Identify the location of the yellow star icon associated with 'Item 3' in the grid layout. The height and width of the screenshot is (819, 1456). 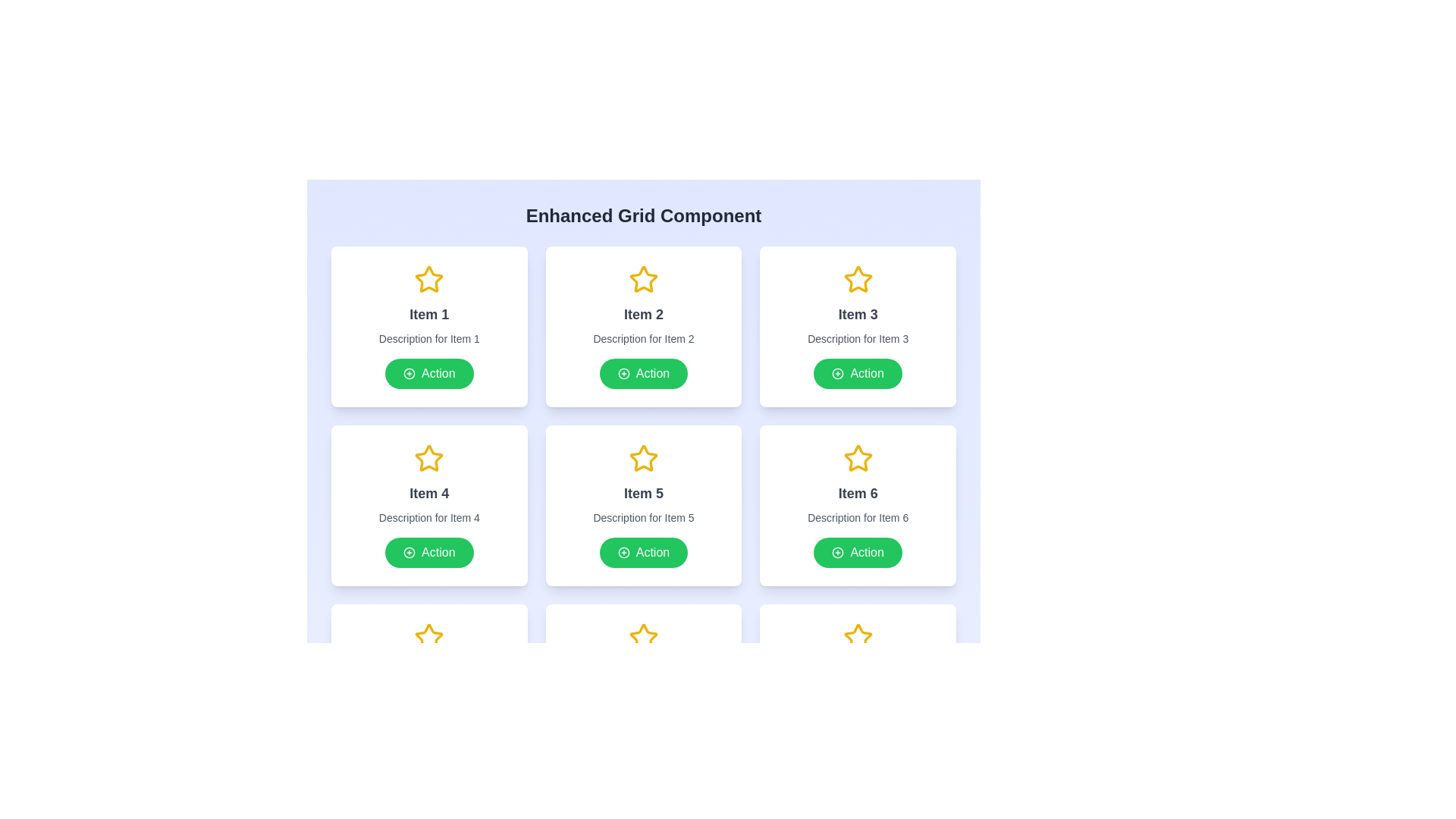
(858, 279).